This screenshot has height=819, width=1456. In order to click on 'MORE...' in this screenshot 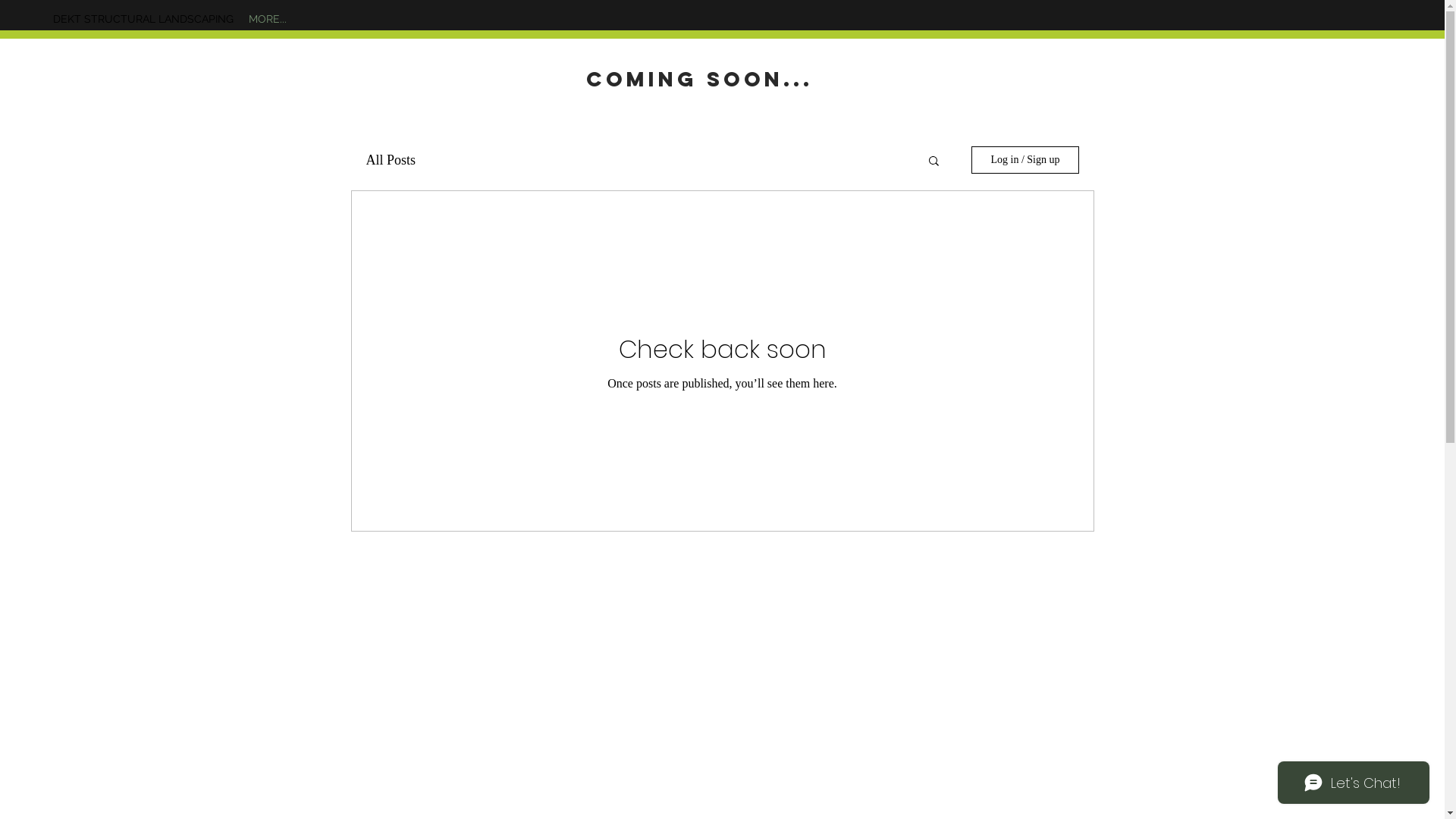, I will do `click(268, 18)`.